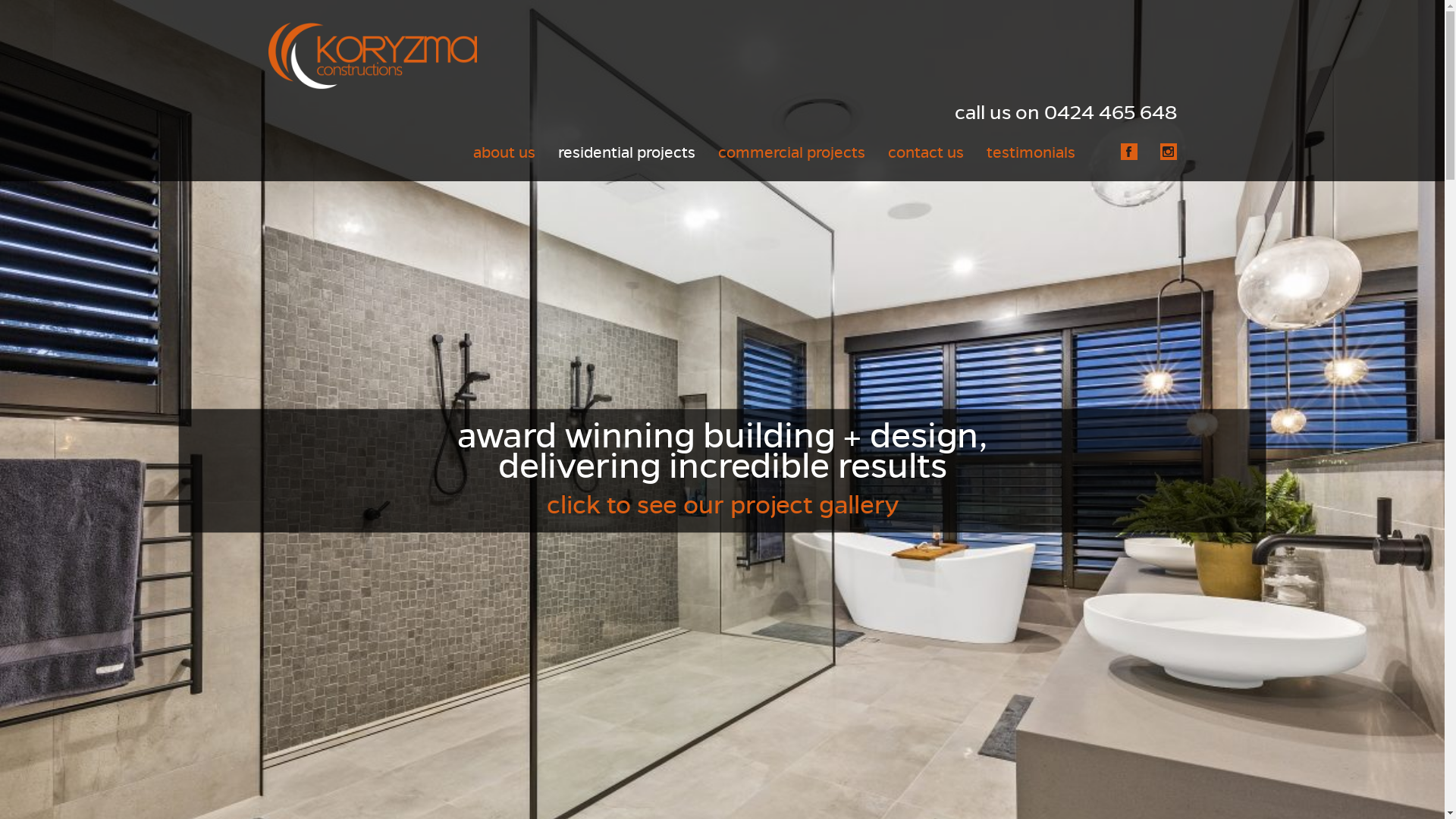 The width and height of the screenshot is (1456, 819). What do you see at coordinates (887, 152) in the screenshot?
I see `'contact us'` at bounding box center [887, 152].